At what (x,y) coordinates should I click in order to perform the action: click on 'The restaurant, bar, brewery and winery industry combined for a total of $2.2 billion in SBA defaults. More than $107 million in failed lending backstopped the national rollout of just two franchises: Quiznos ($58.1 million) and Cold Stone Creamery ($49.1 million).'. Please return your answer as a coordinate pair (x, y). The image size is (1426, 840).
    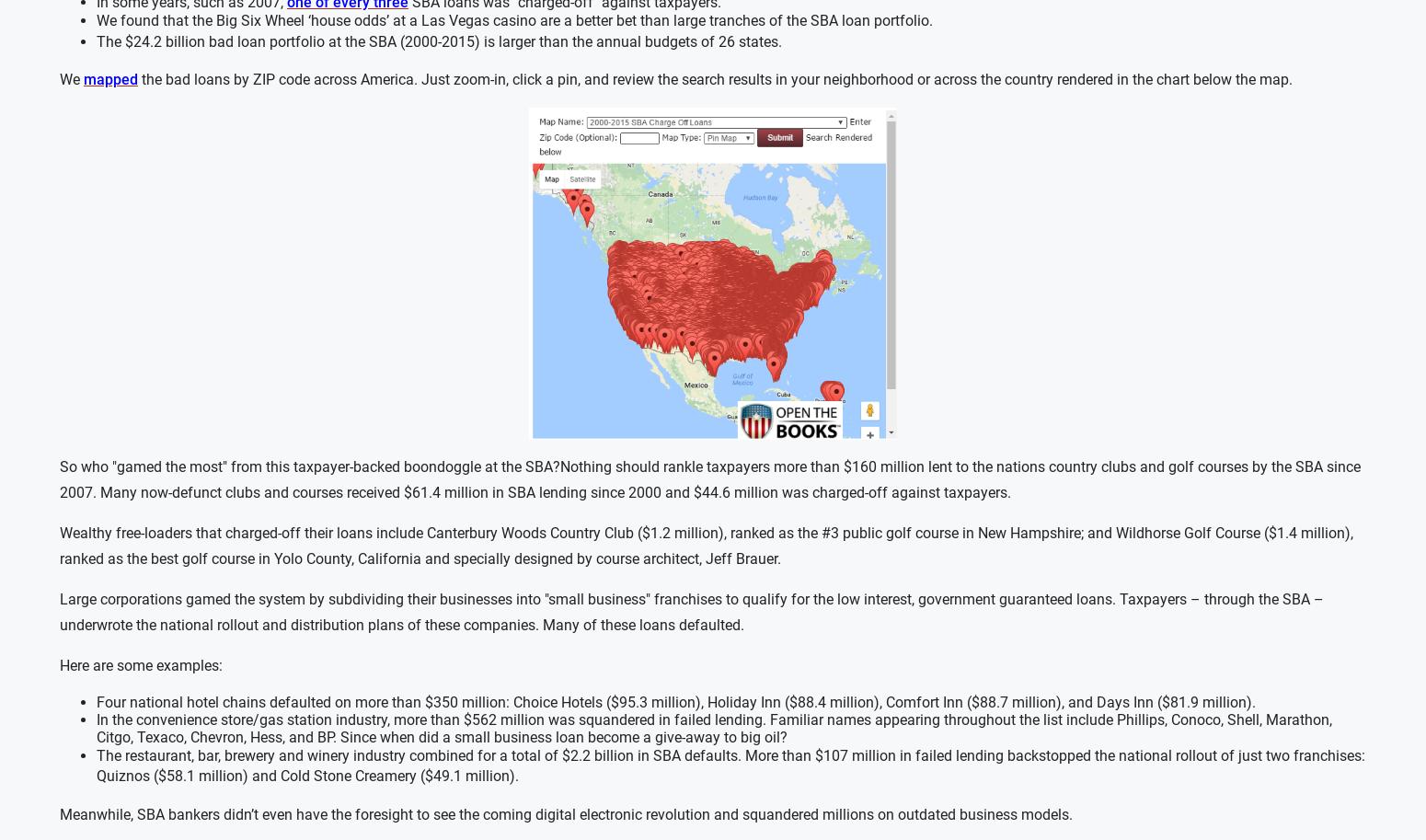
    Looking at the image, I should click on (730, 765).